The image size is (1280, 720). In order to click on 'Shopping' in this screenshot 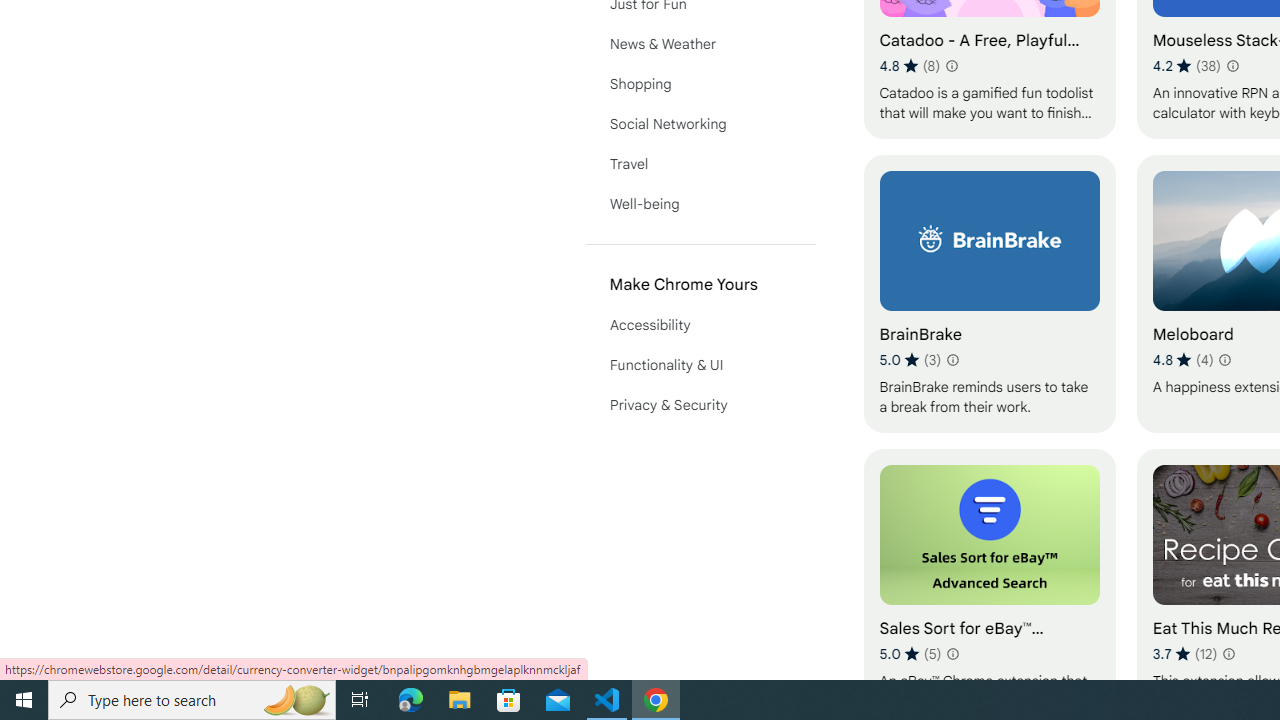, I will do `click(700, 82)`.